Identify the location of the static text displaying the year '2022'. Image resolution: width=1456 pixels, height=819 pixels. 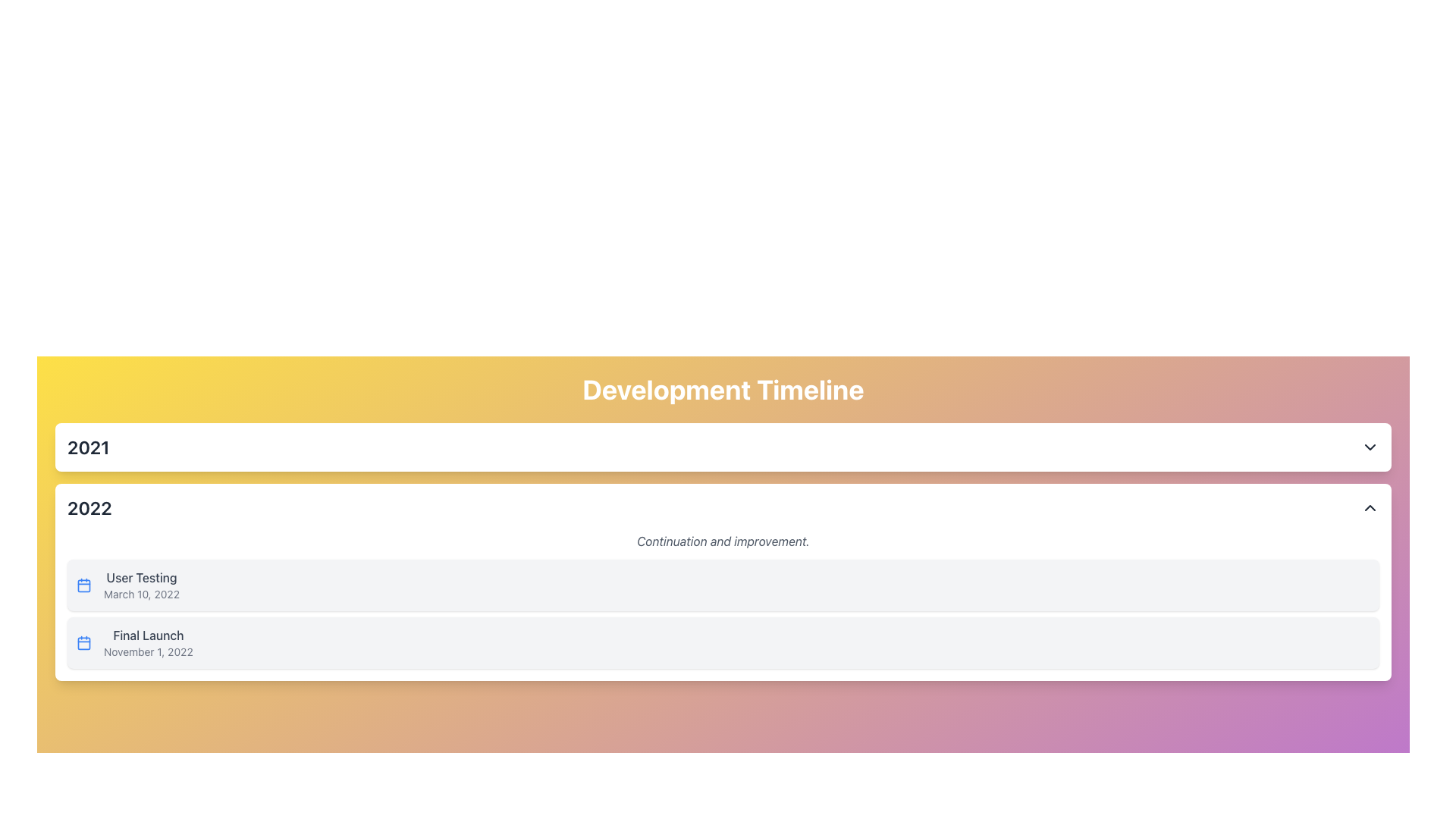
(89, 508).